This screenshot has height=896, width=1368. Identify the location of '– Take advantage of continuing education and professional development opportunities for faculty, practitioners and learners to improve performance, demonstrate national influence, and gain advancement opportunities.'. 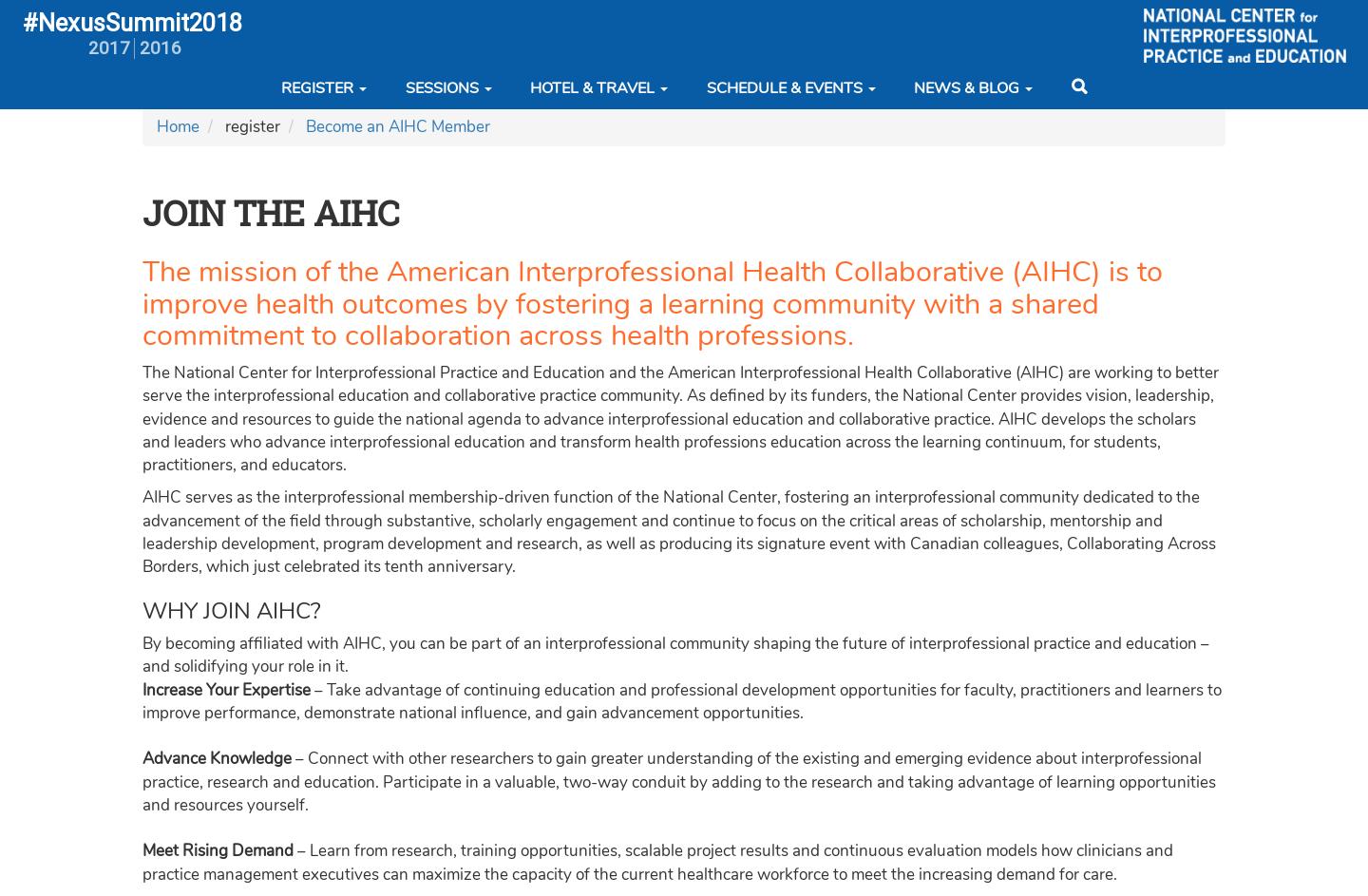
(142, 700).